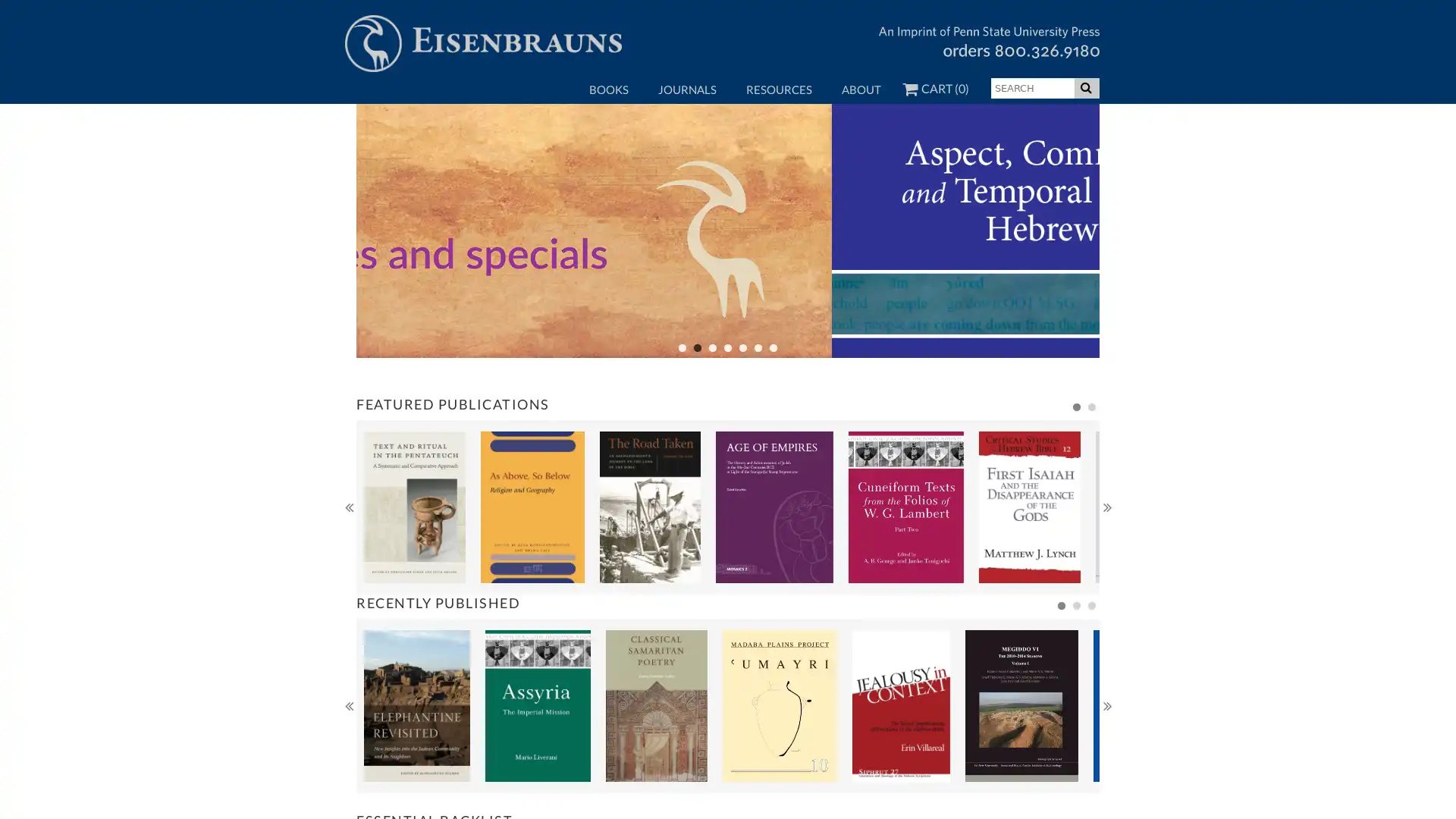 The height and width of the screenshot is (819, 1456). What do you see at coordinates (773, 405) in the screenshot?
I see `7` at bounding box center [773, 405].